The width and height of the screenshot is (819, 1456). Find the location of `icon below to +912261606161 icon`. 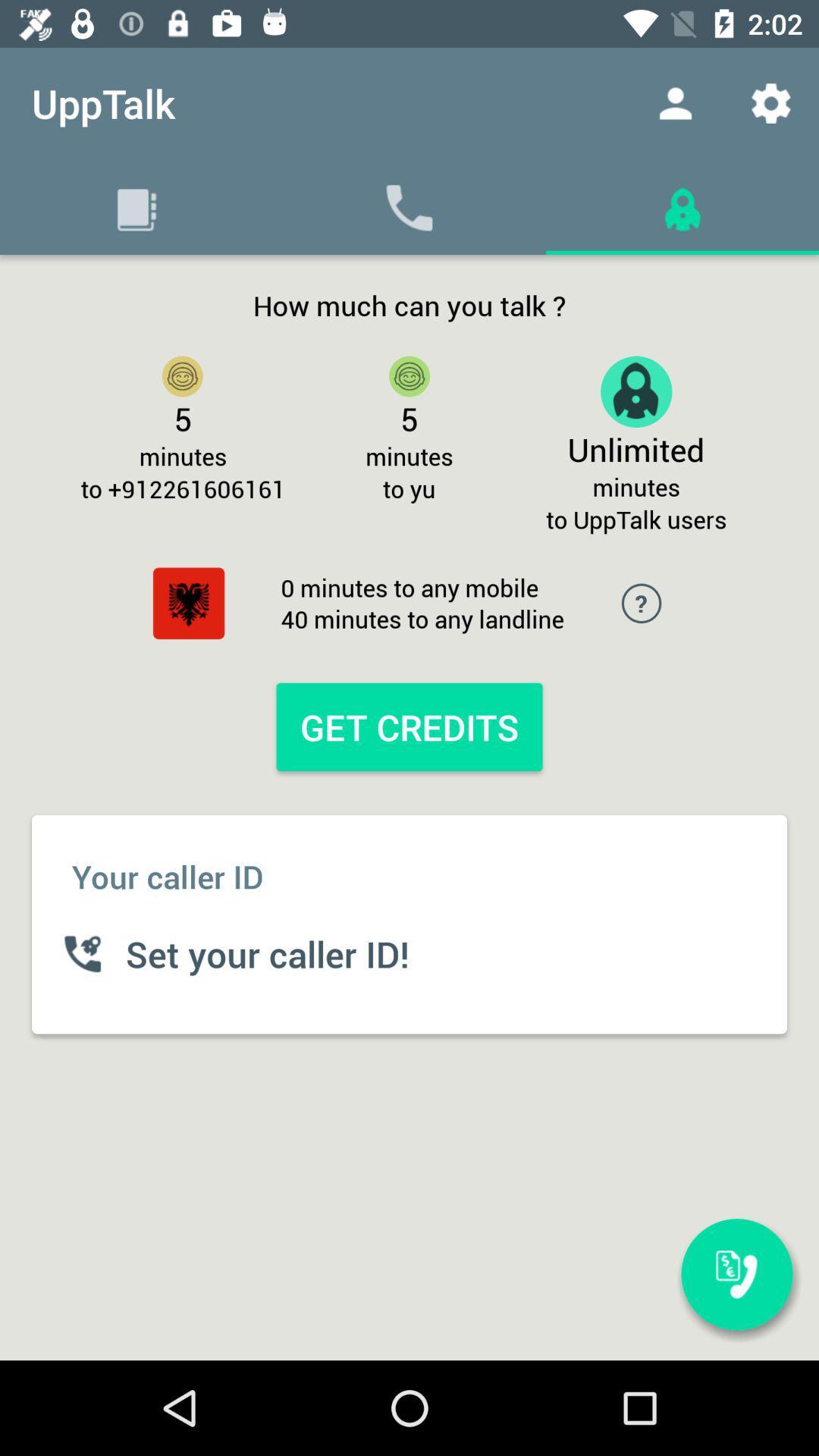

icon below to +912261606161 icon is located at coordinates (188, 602).